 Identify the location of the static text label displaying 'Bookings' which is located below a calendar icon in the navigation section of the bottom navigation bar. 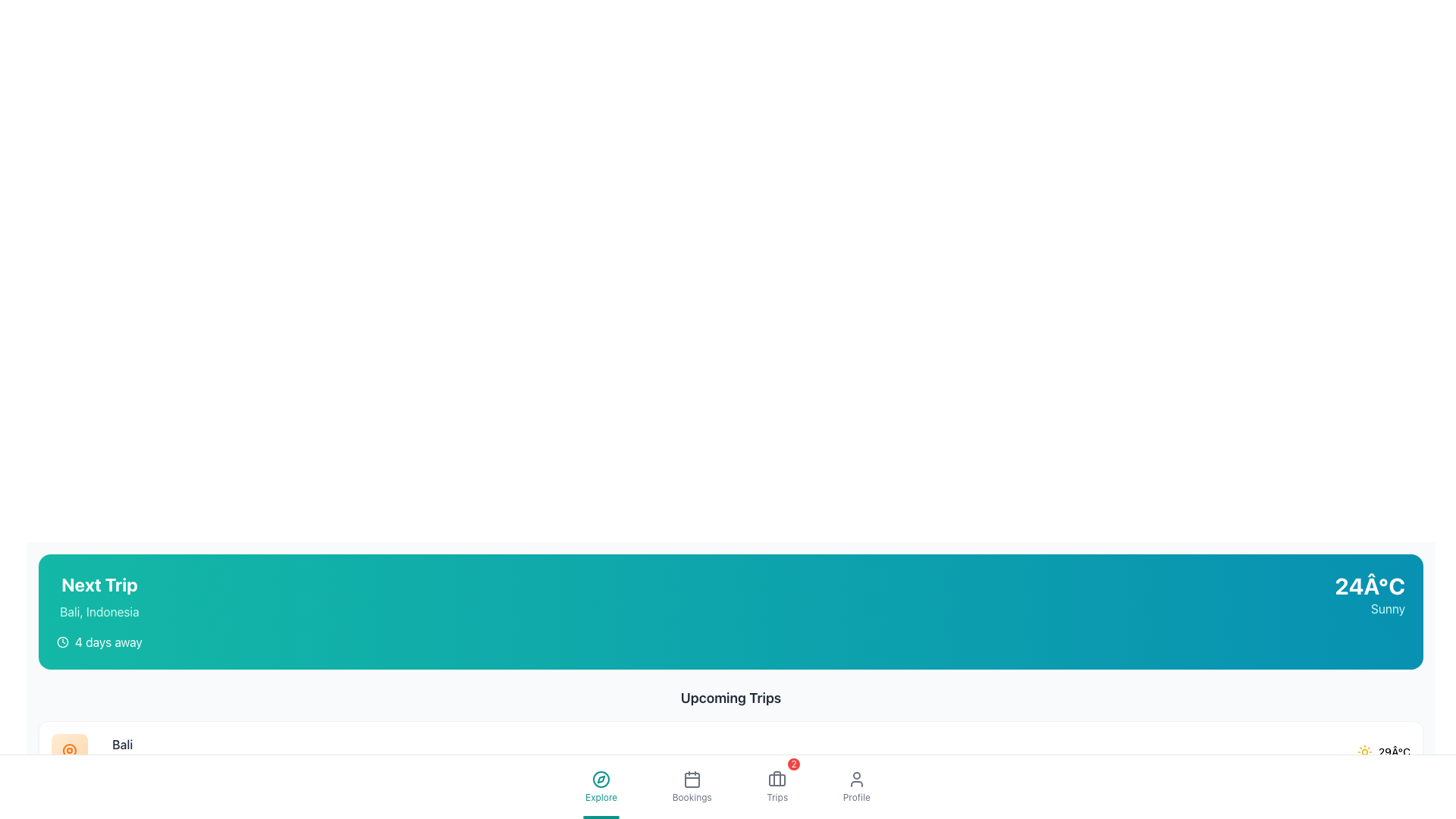
(691, 797).